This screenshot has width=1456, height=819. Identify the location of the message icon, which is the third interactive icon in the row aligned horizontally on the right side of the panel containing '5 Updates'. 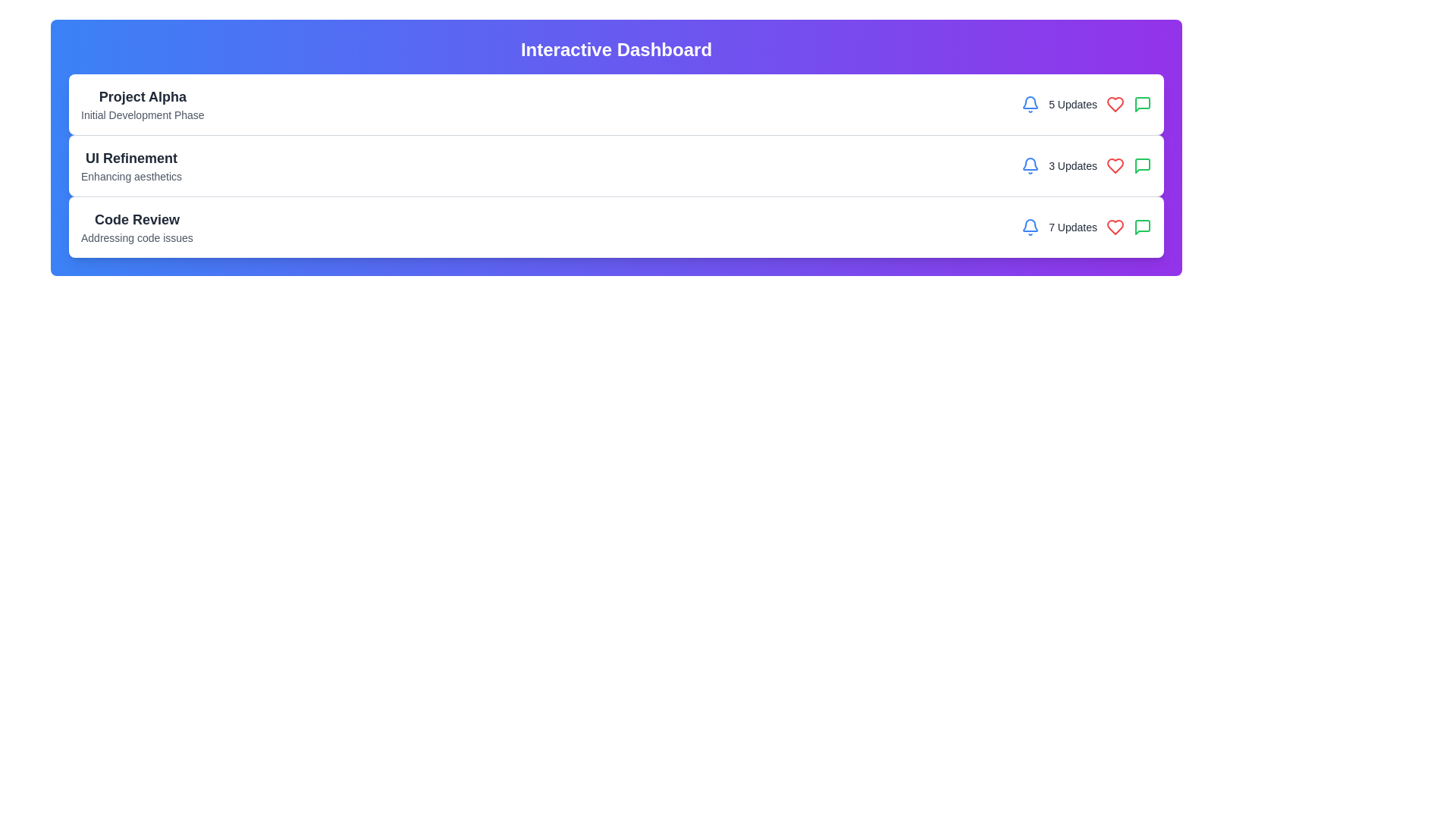
(1143, 104).